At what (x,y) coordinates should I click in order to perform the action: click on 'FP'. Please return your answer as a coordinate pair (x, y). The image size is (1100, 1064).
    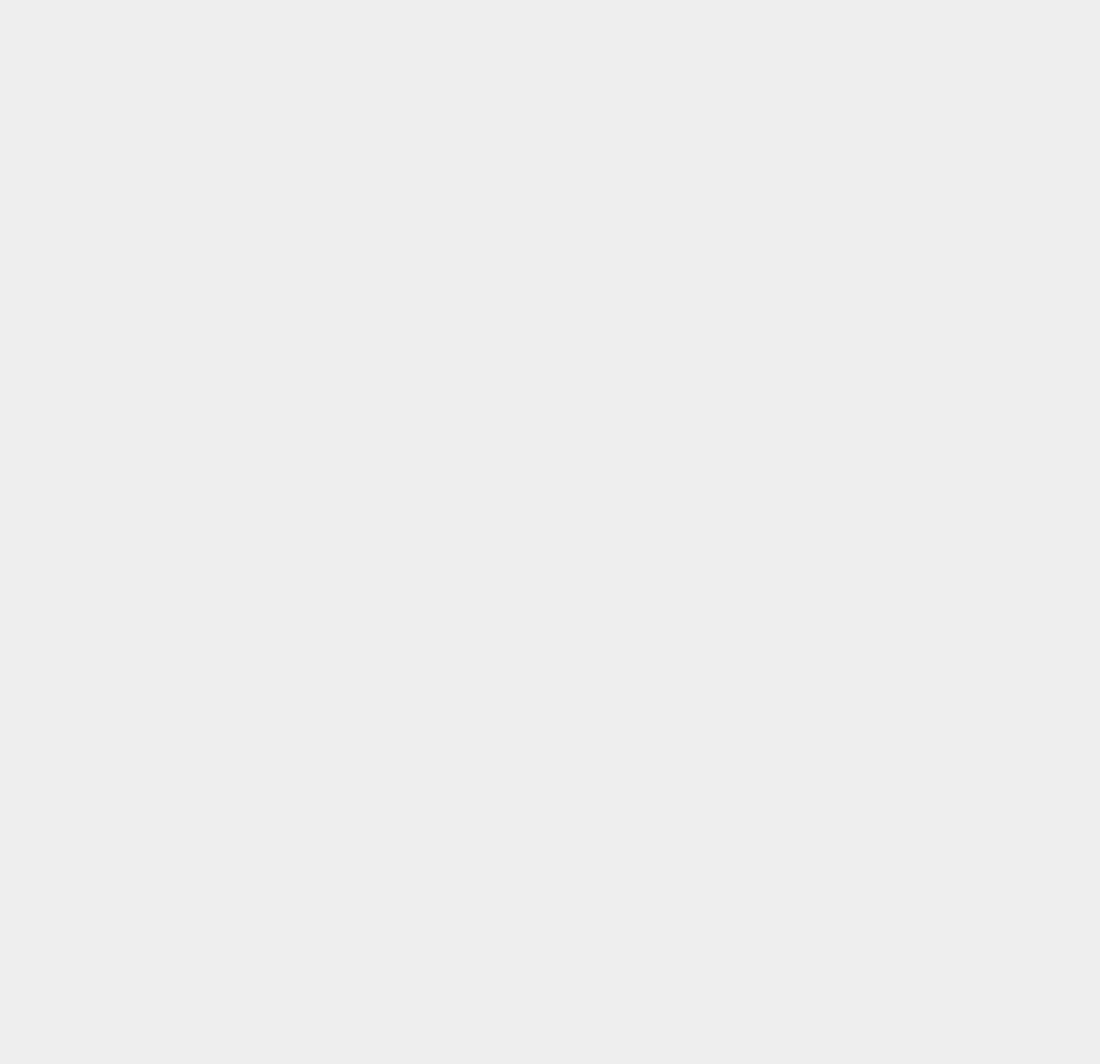
    Looking at the image, I should click on (786, 673).